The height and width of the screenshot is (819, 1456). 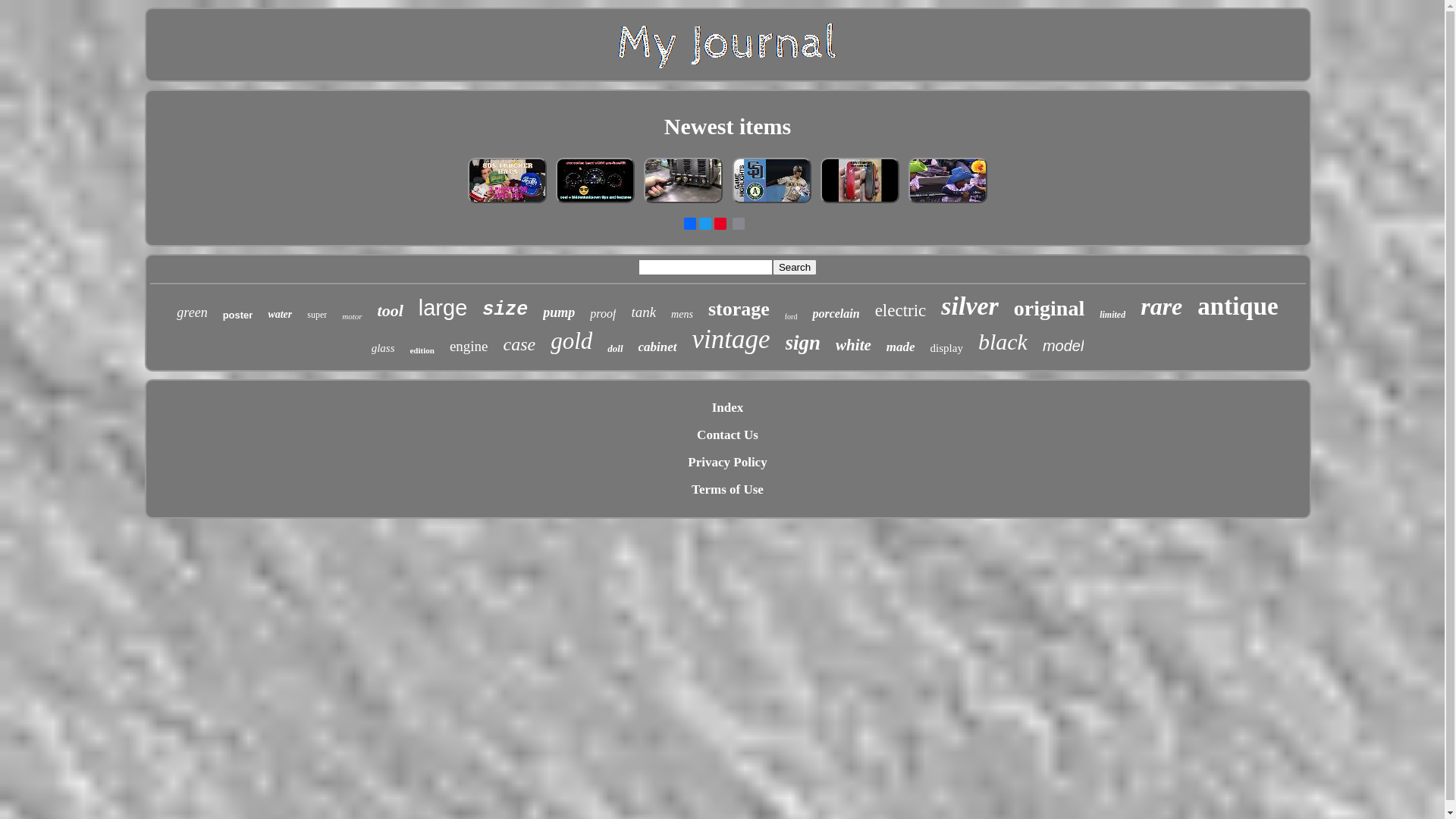 What do you see at coordinates (726, 461) in the screenshot?
I see `'Privacy Policy'` at bounding box center [726, 461].